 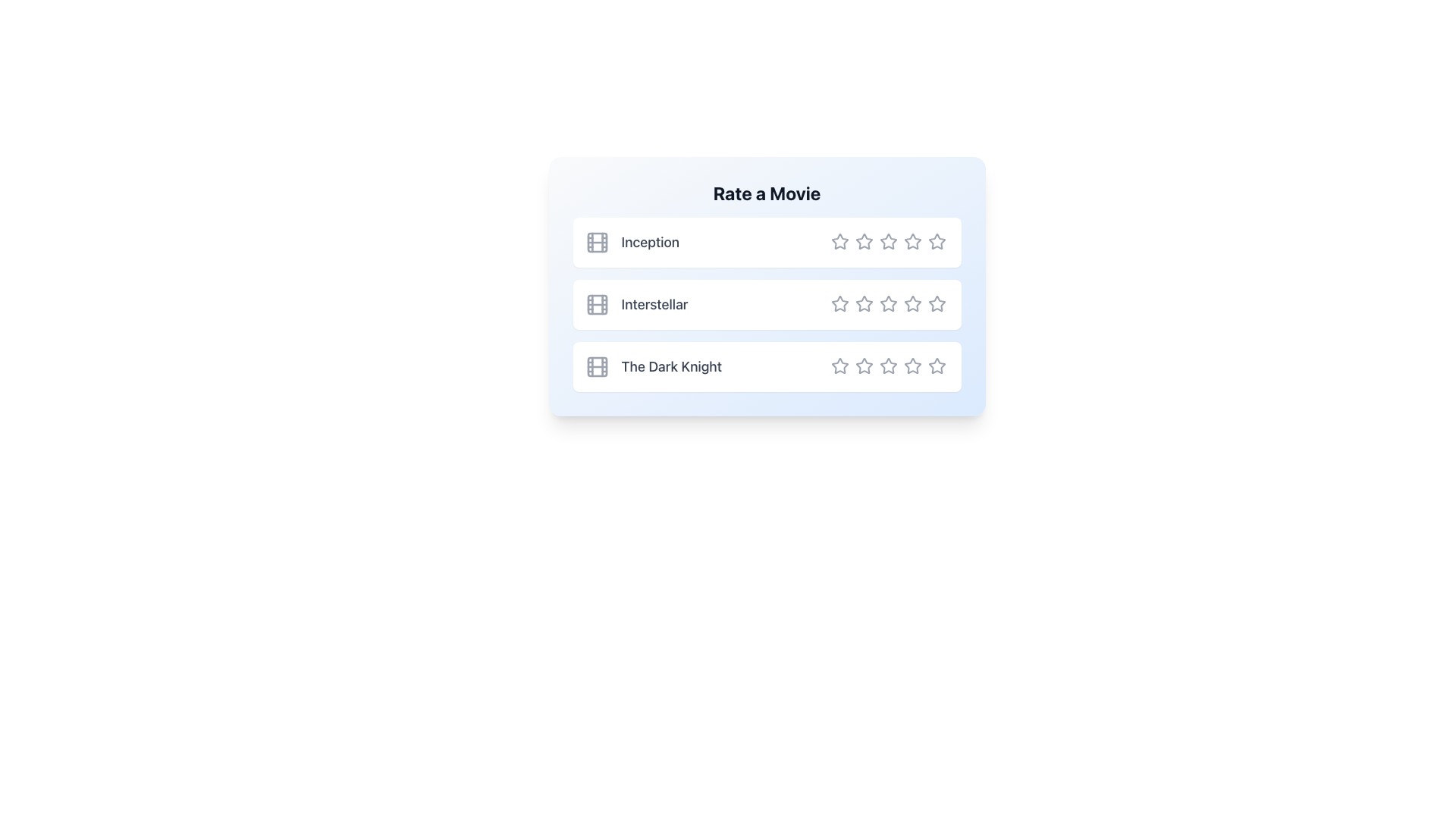 I want to click on the label that identifies the specific movie title, positioned as the first entry in the vertical list, aligned to the right of the film icon and left of the rating stars, so click(x=650, y=242).